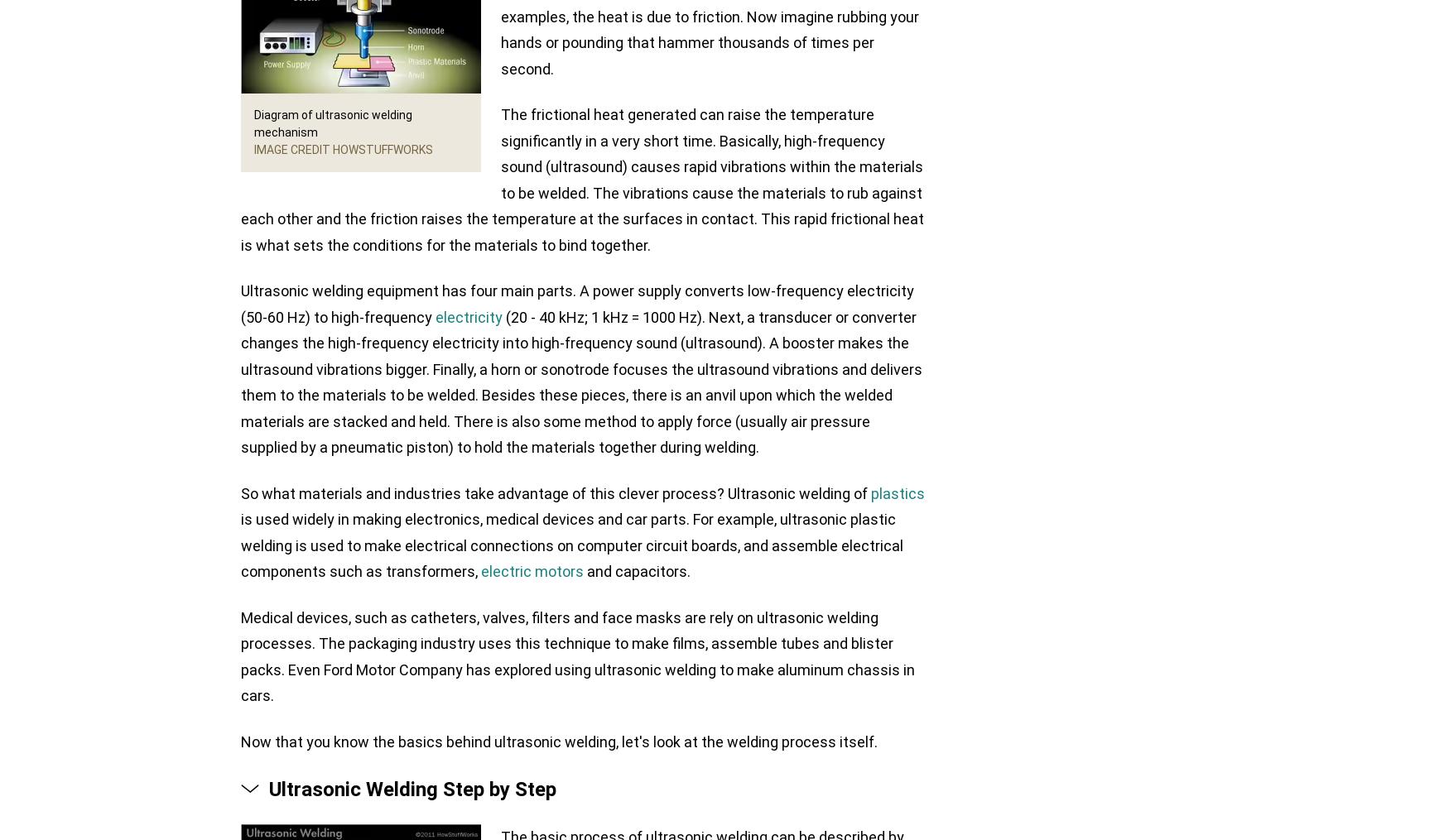 Image resolution: width=1449 pixels, height=840 pixels. I want to click on 'electric motors', so click(531, 571).